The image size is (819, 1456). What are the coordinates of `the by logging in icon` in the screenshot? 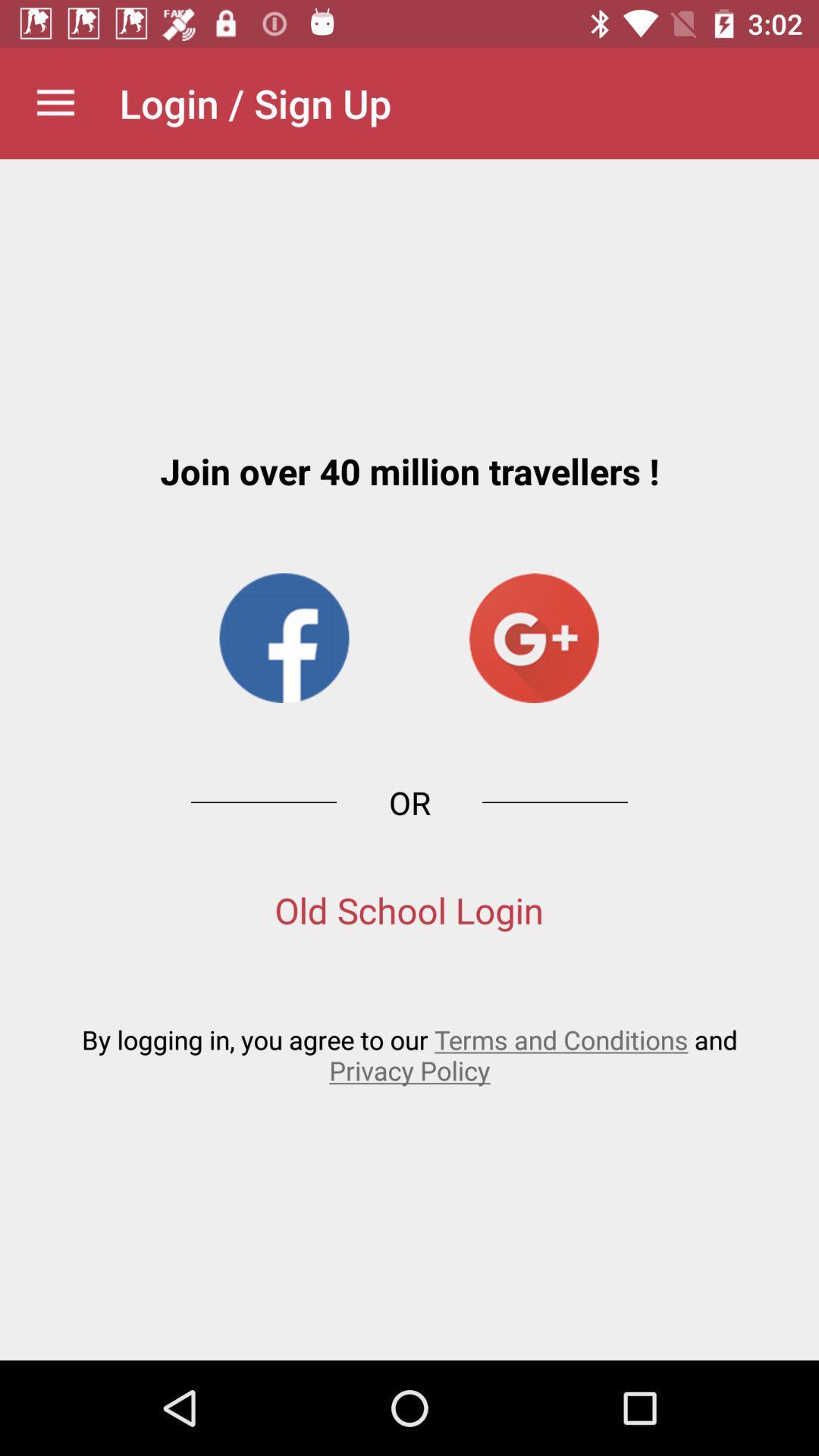 It's located at (409, 1054).